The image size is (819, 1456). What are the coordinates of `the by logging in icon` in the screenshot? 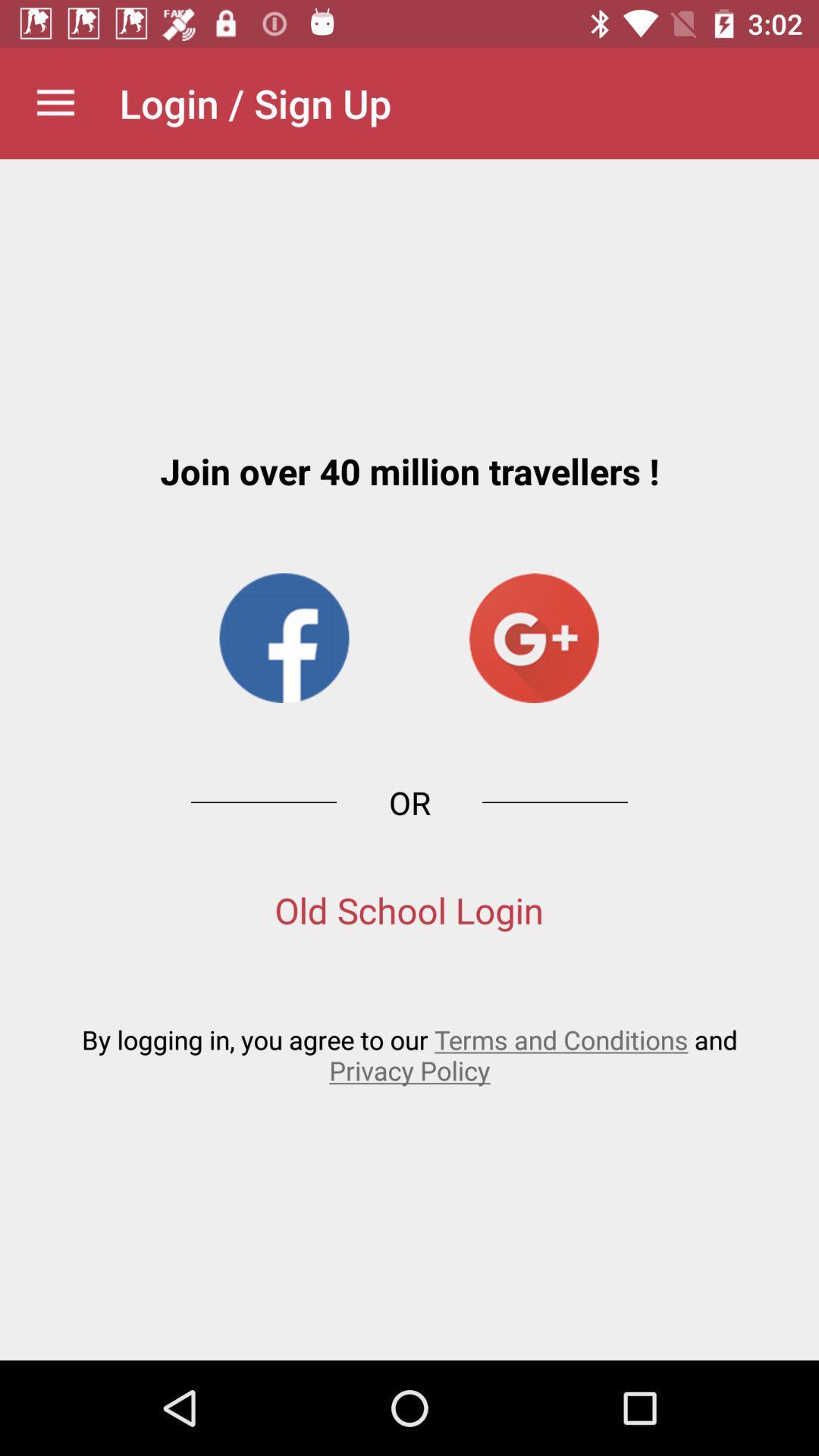 It's located at (409, 1054).